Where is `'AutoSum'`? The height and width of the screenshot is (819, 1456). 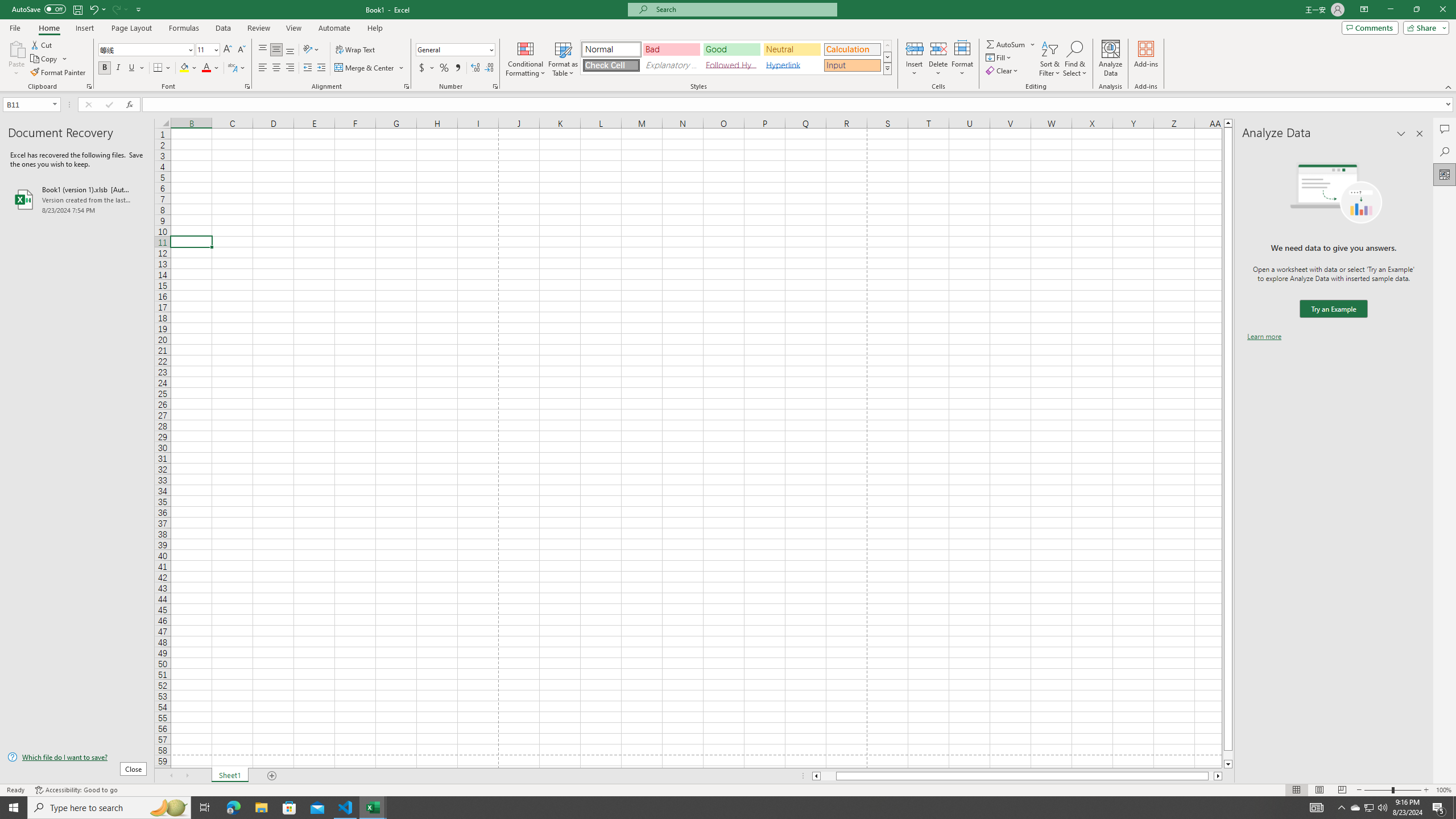 'AutoSum' is located at coordinates (1011, 44).